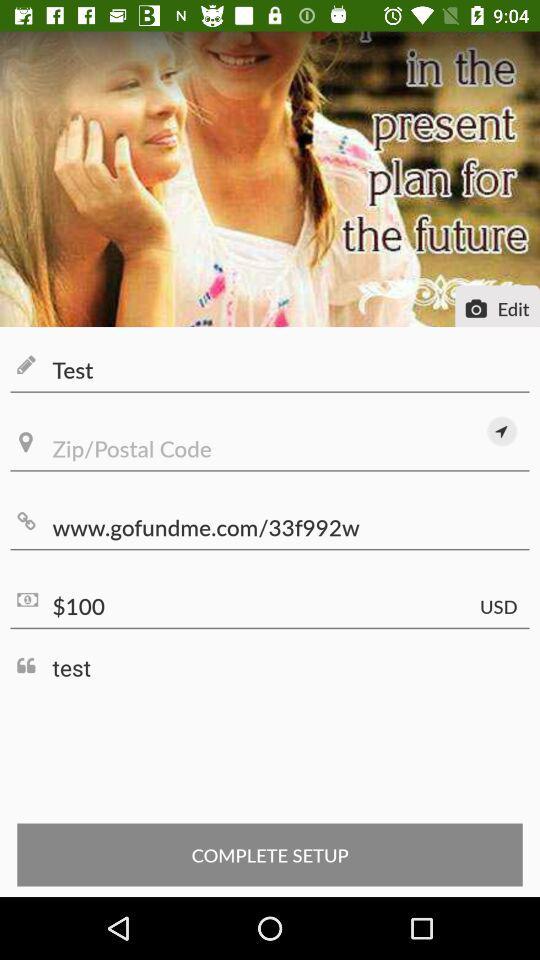 This screenshot has width=540, height=960. Describe the element at coordinates (501, 431) in the screenshot. I see `item below the test` at that location.